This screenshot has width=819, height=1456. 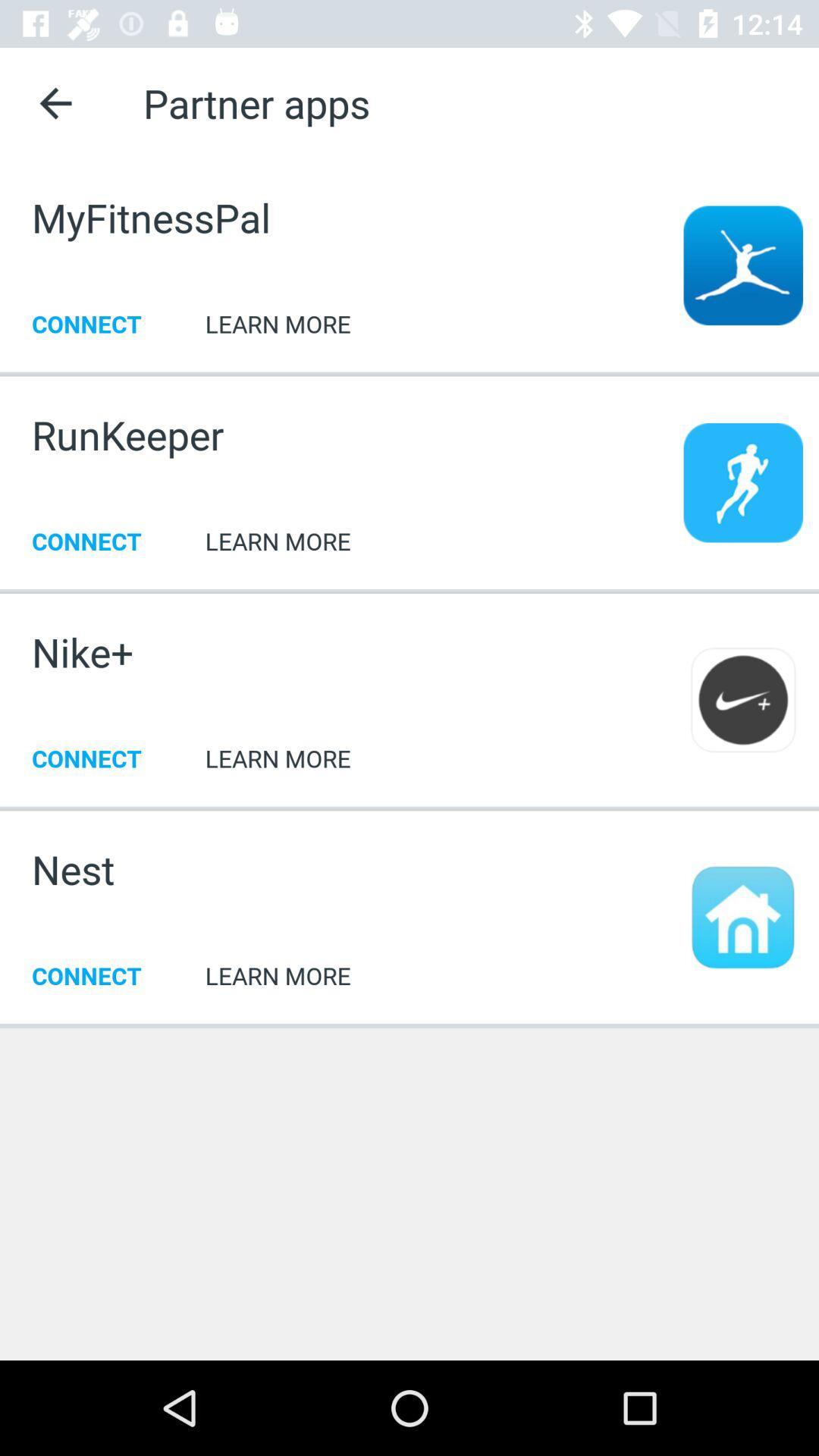 What do you see at coordinates (409, 807) in the screenshot?
I see `the icon above nest` at bounding box center [409, 807].